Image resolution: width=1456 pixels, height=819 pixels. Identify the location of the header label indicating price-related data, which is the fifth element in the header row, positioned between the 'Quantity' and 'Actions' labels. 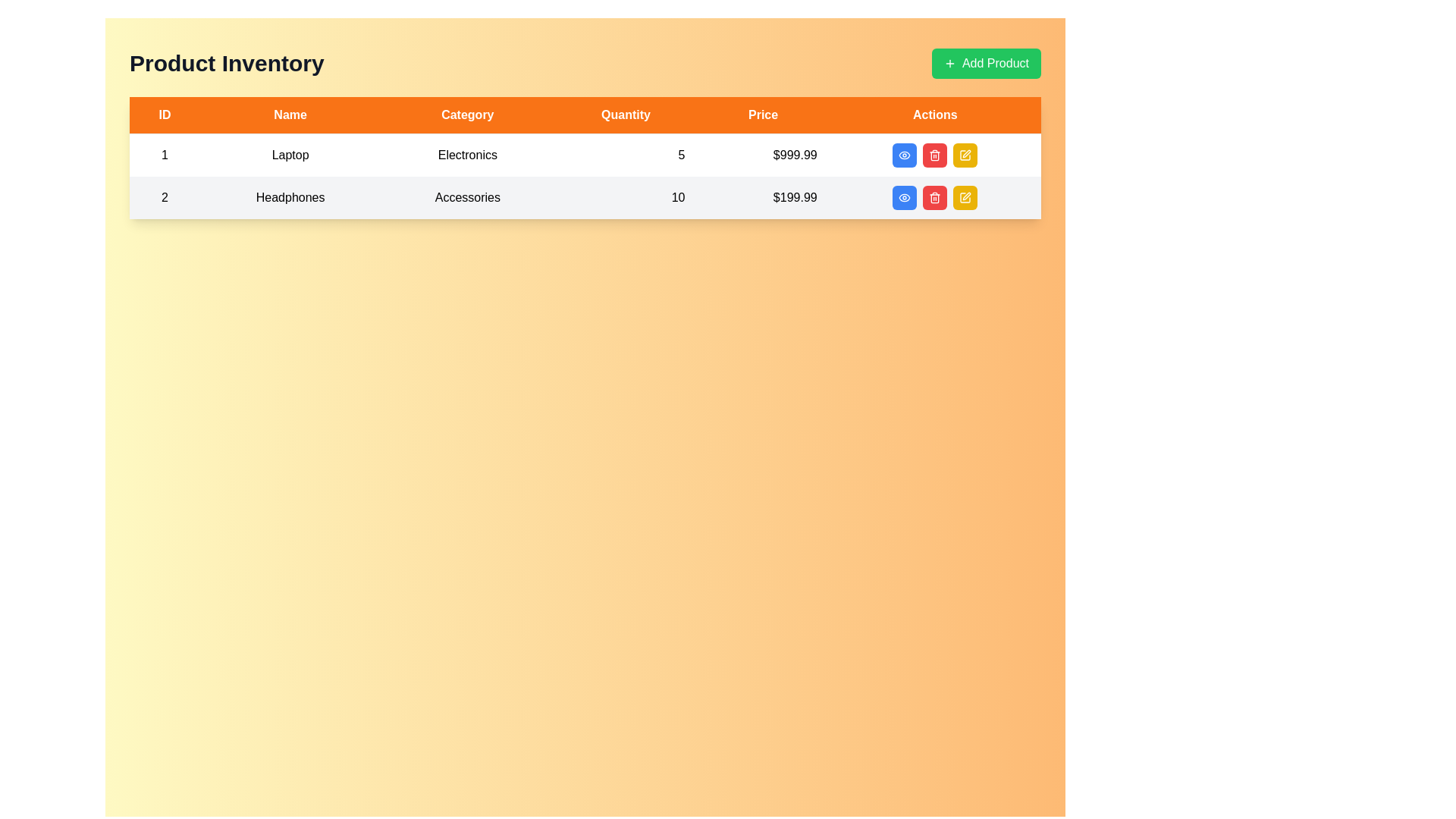
(763, 115).